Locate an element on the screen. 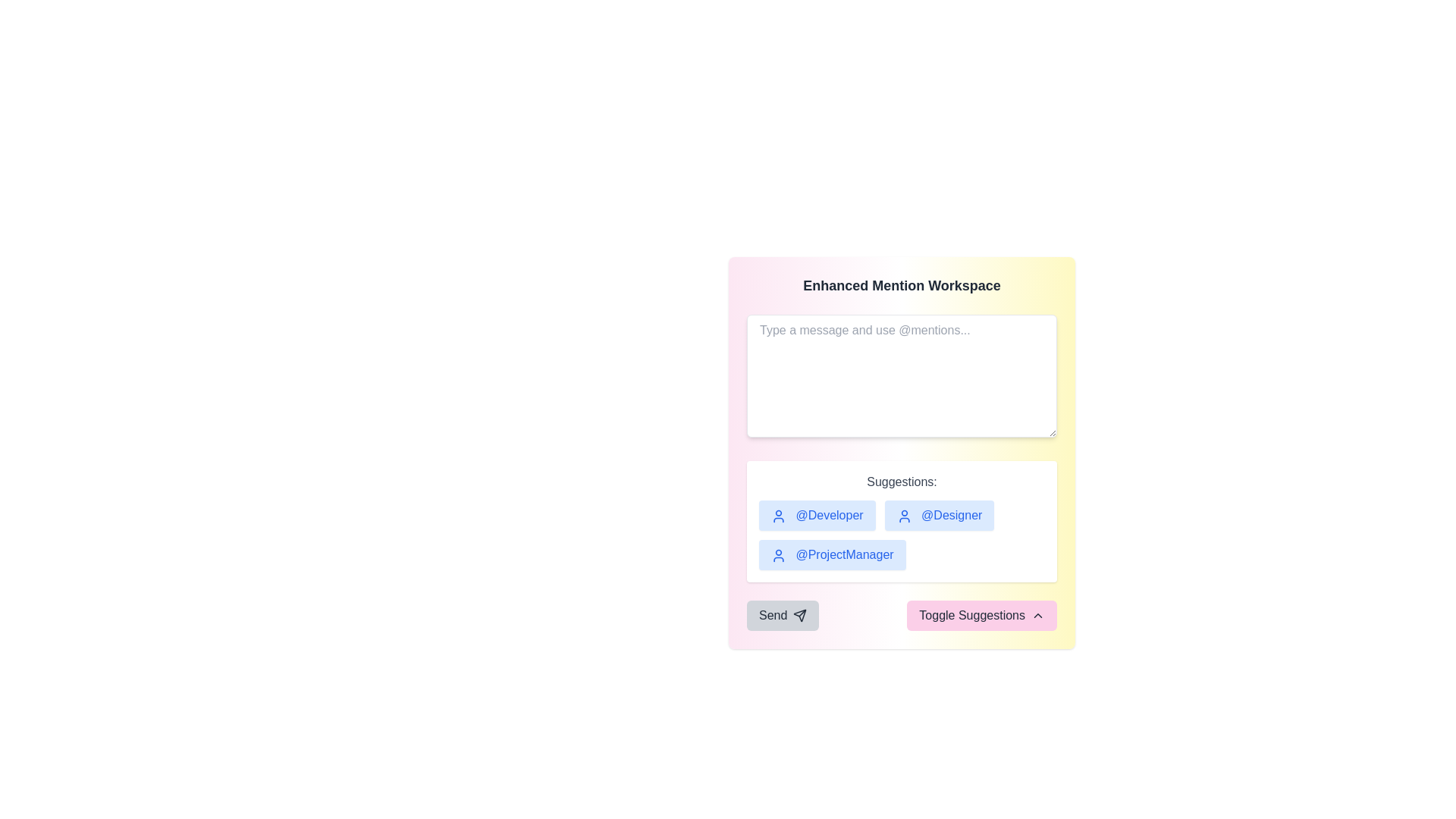  the Text Label displaying 'Suggestions:' which is styled in gray font and positioned above user suggestions is located at coordinates (902, 482).